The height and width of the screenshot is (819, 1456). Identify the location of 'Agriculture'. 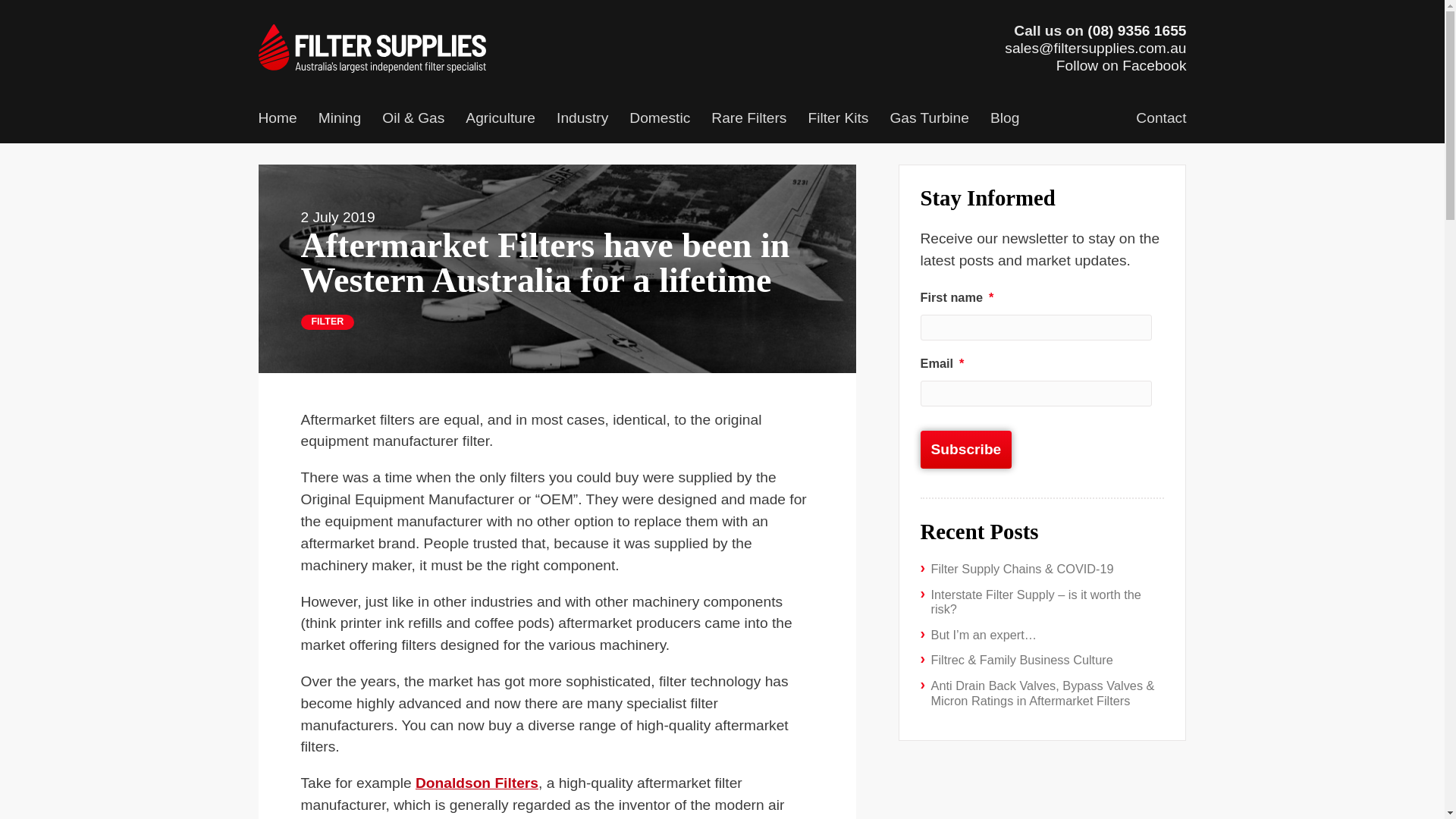
(500, 119).